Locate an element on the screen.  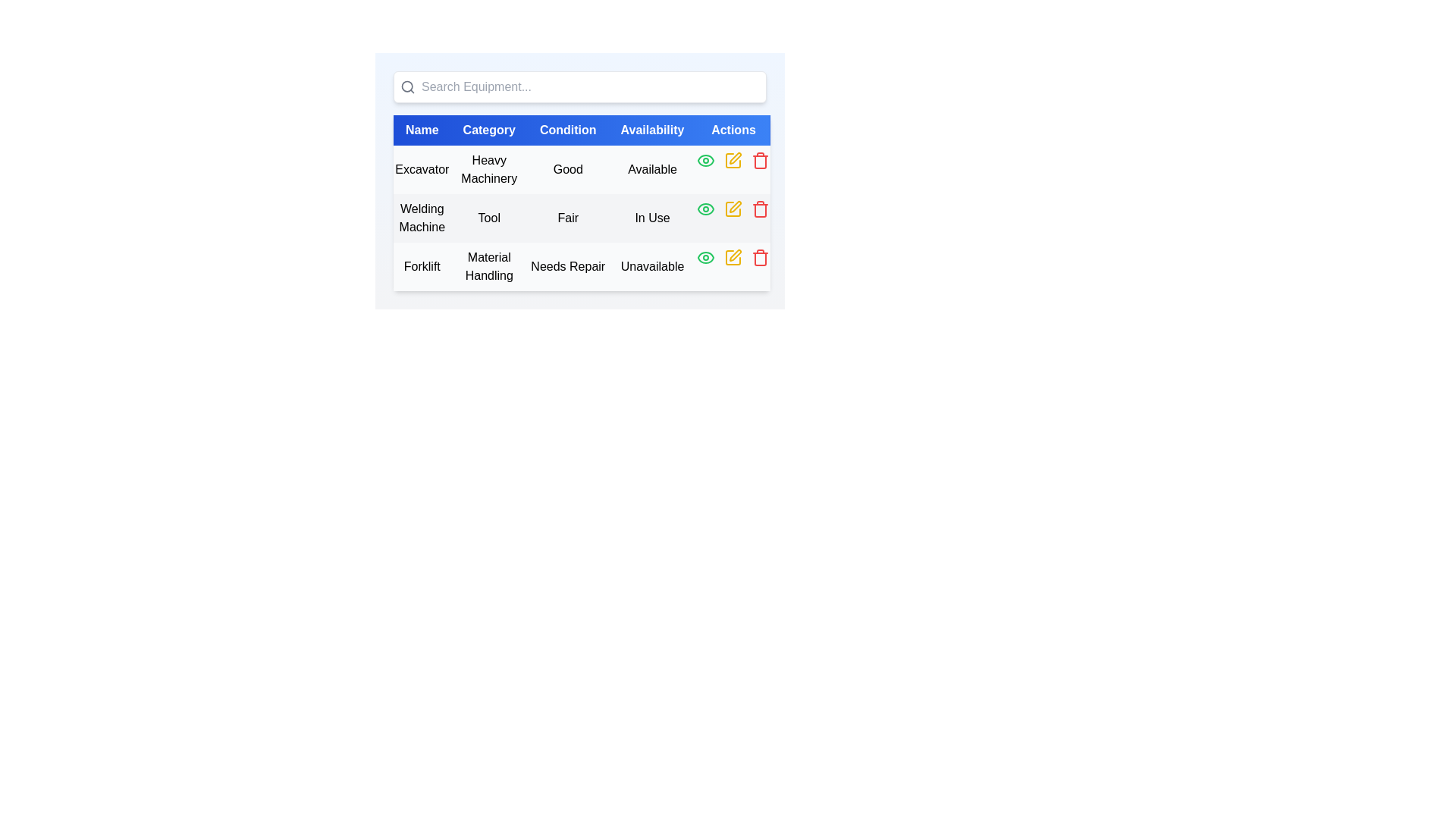
the informational label indicating the status 'Unavailable' for the 'Forklift' entry in the 'Availability' column of the table is located at coordinates (652, 265).